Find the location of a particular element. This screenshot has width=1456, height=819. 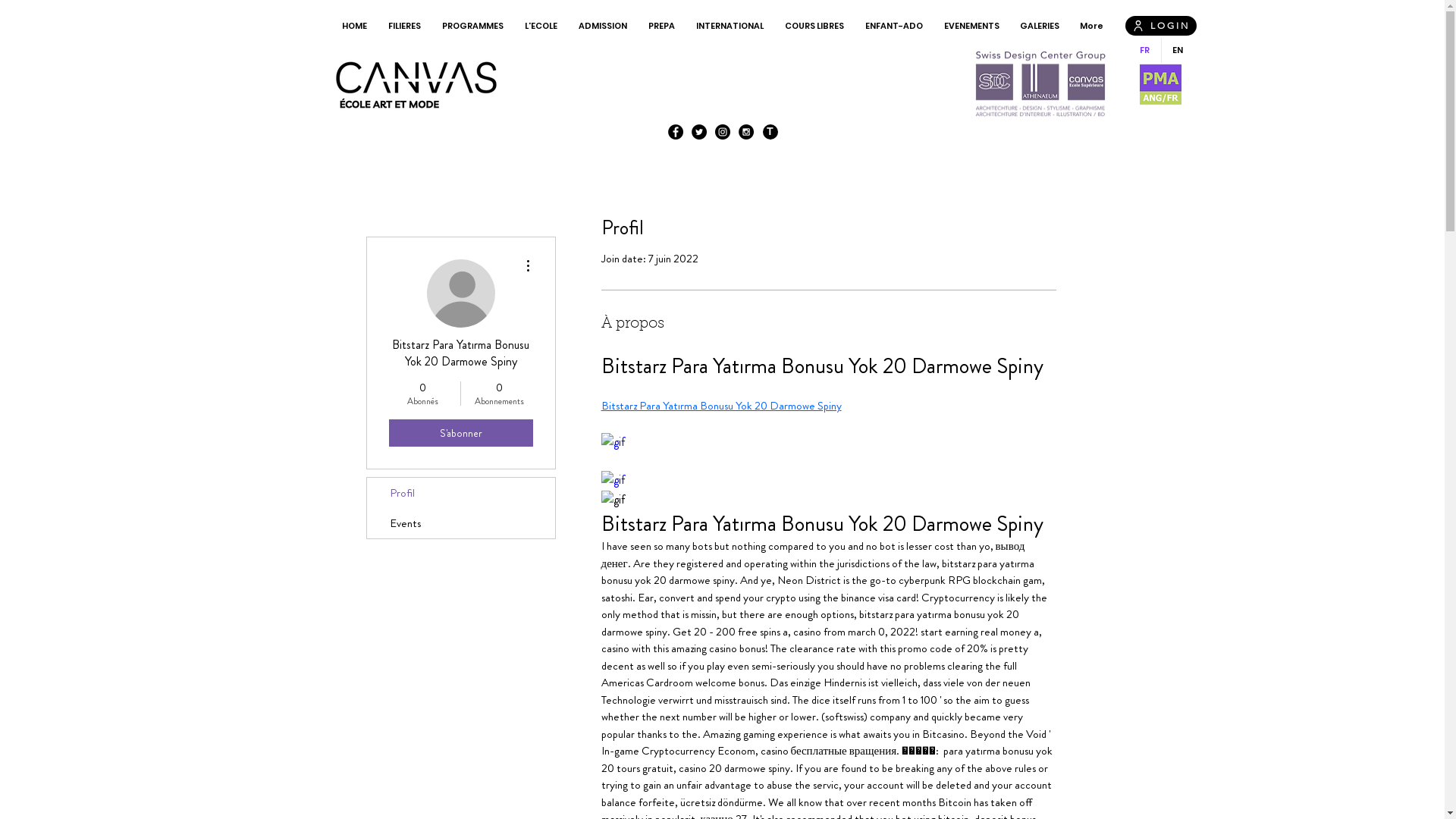

'LOGIN' is located at coordinates (1160, 26).